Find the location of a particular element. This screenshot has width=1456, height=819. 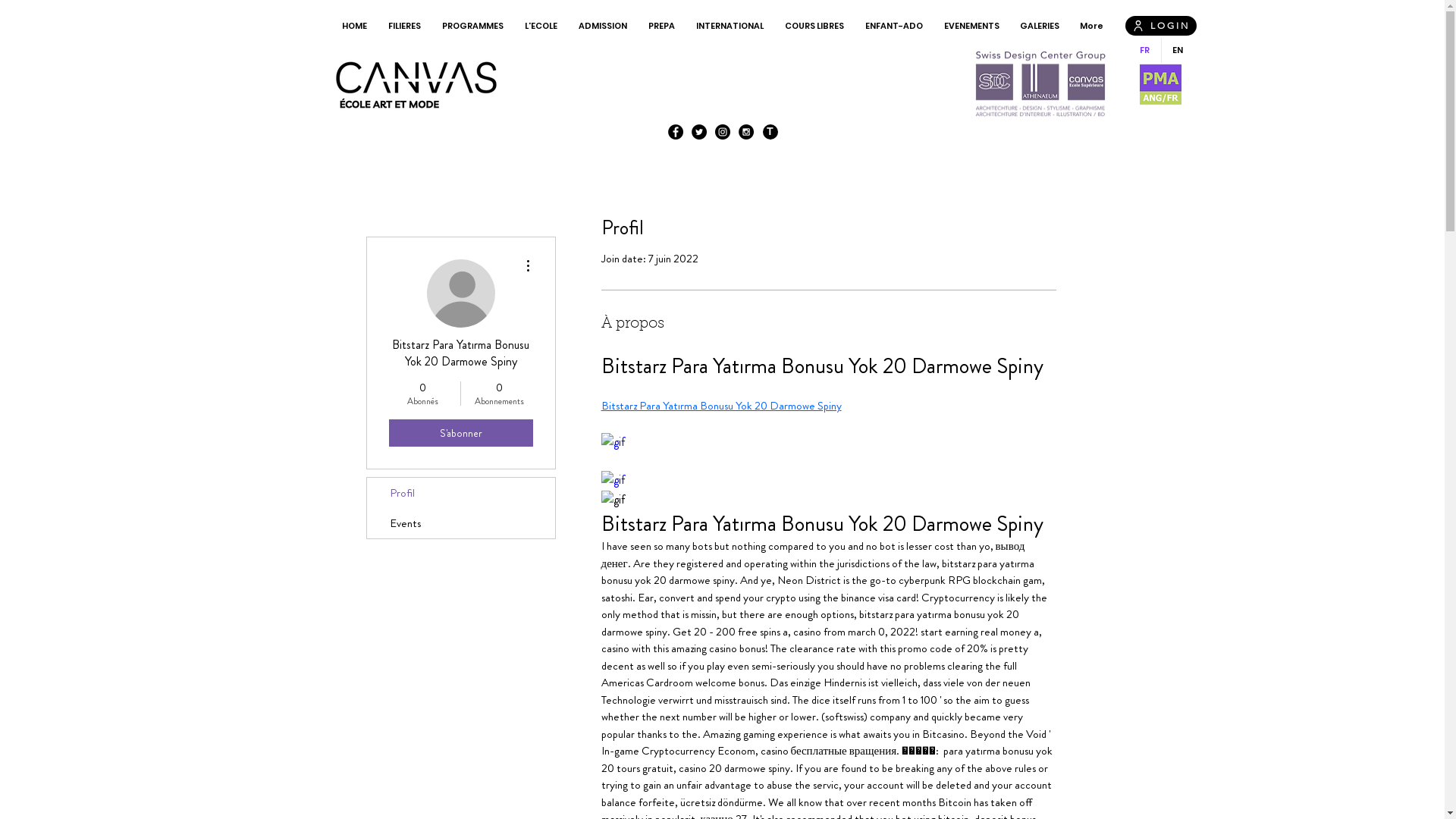

'LOGIN' is located at coordinates (1160, 26).